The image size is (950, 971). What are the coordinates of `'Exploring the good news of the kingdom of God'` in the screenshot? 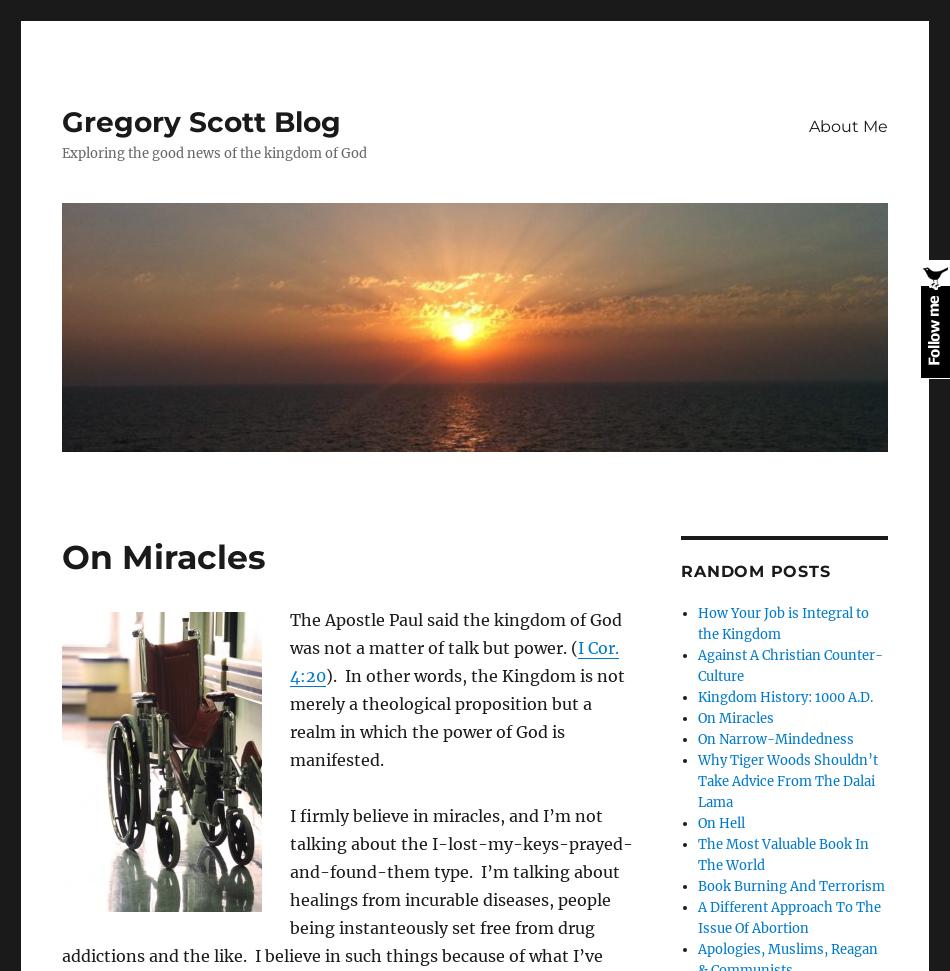 It's located at (62, 153).